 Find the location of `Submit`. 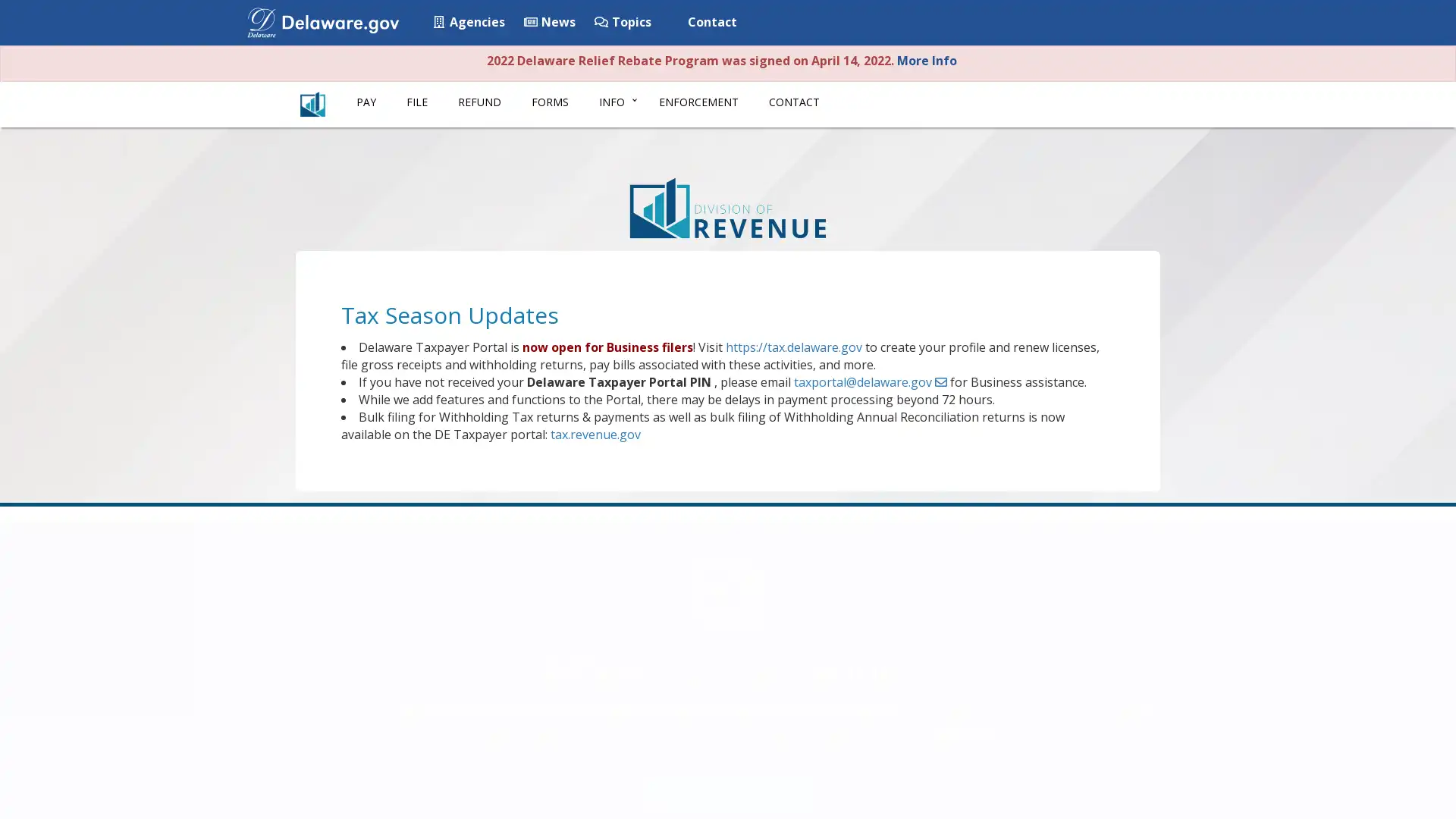

Submit is located at coordinates (1155, 24).